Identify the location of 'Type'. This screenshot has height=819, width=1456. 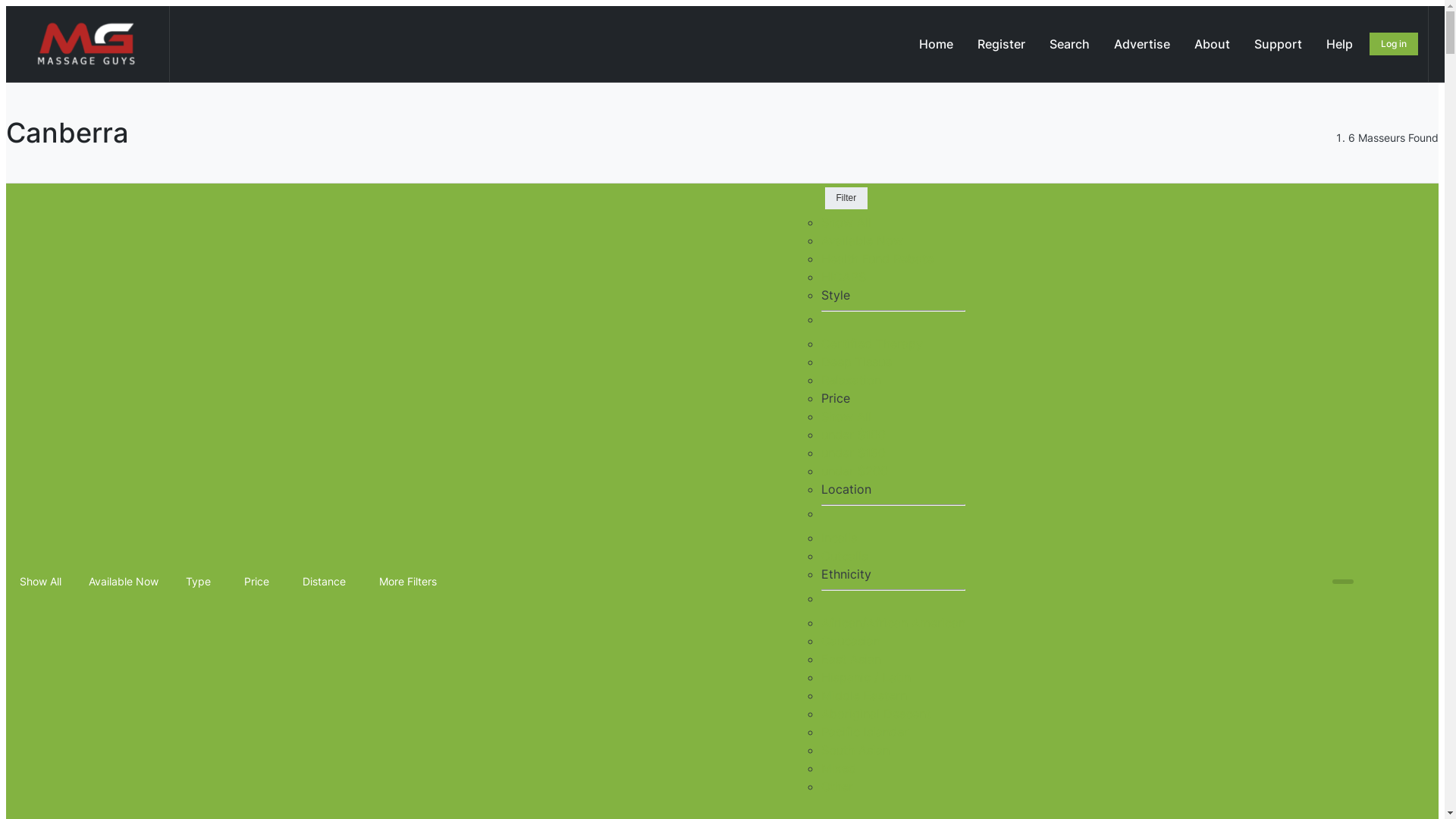
(200, 581).